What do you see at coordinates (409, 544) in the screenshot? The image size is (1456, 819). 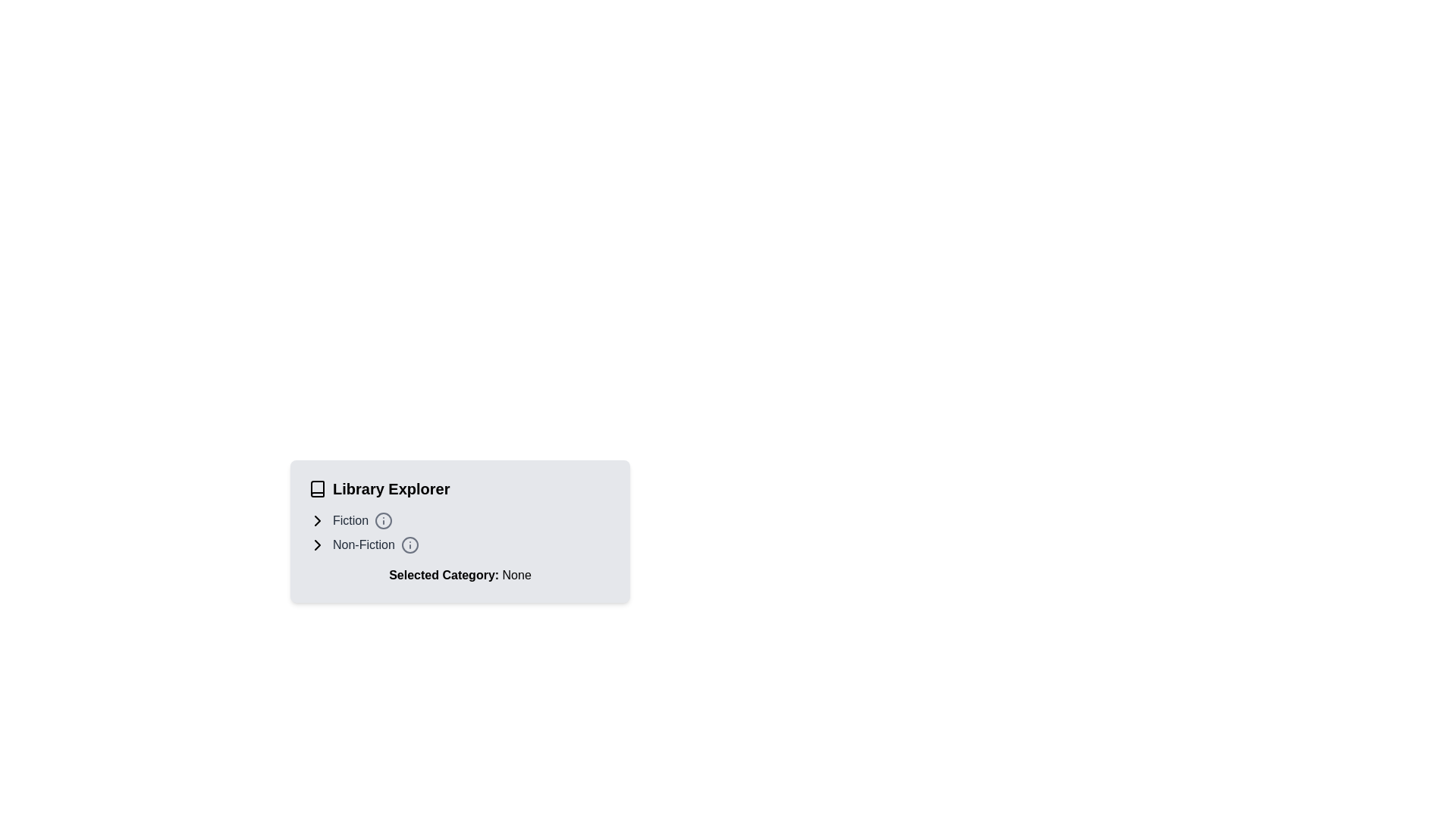 I see `the details displayed by the small circular info icon located immediately to the right of the 'Non-Fiction' text in the 'Library Explorer' section` at bounding box center [409, 544].